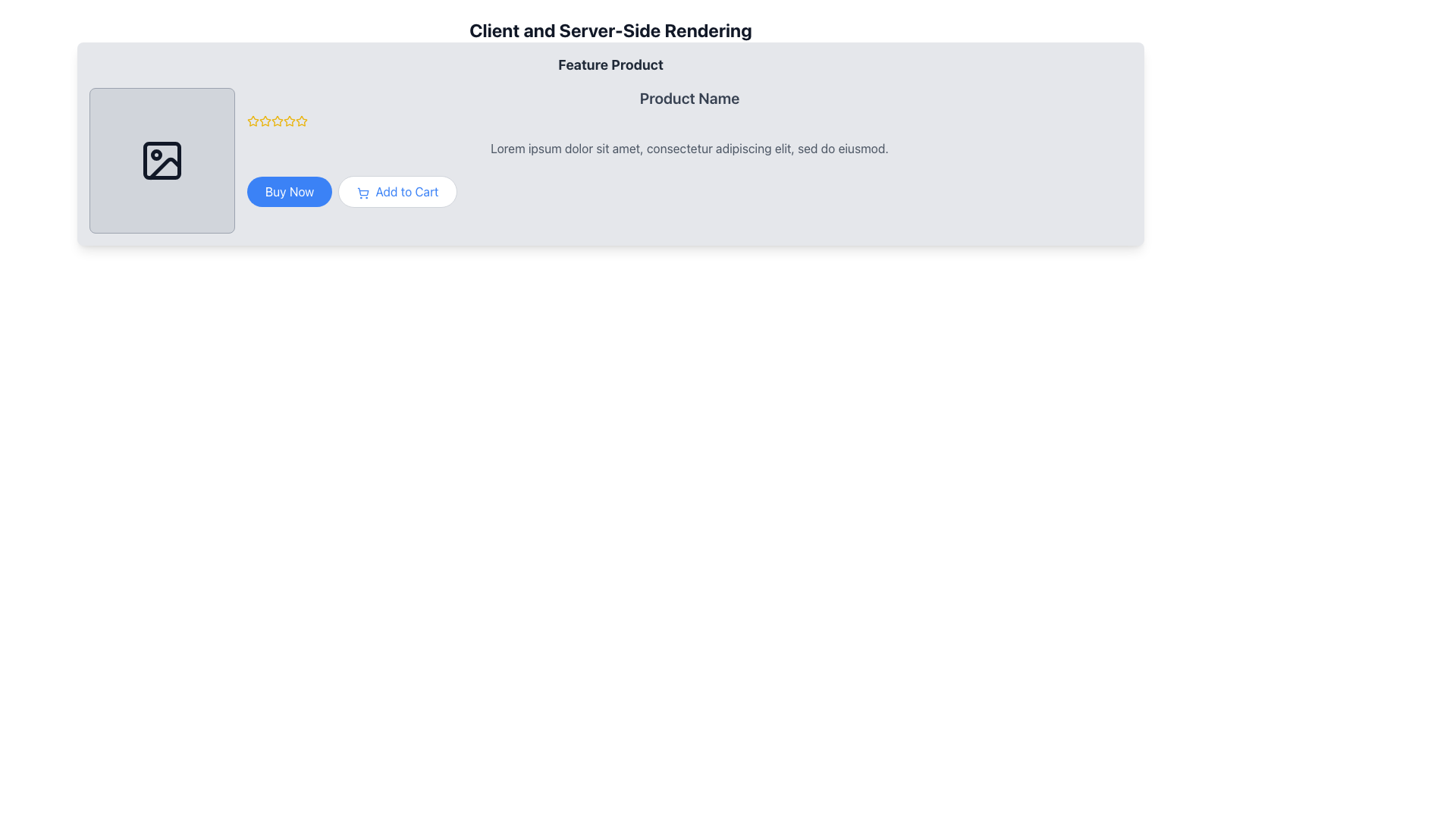 Image resolution: width=1456 pixels, height=819 pixels. Describe the element at coordinates (290, 120) in the screenshot. I see `the 6th star icon in the series of rating stars located underneath the product's image in the featured product section` at that location.